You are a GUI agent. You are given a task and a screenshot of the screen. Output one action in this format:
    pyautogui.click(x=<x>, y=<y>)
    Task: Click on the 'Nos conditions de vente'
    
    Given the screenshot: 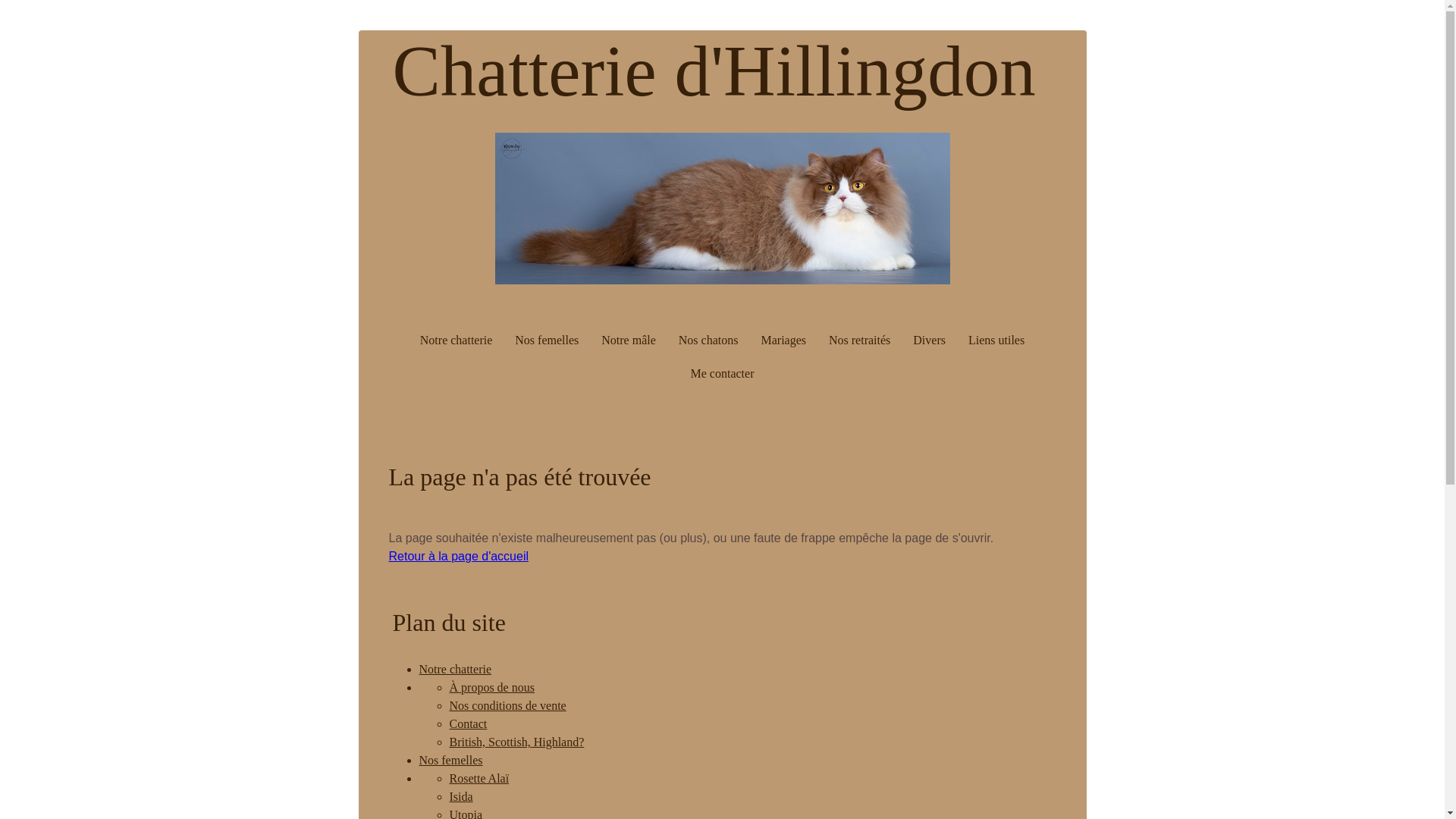 What is the action you would take?
    pyautogui.click(x=447, y=705)
    